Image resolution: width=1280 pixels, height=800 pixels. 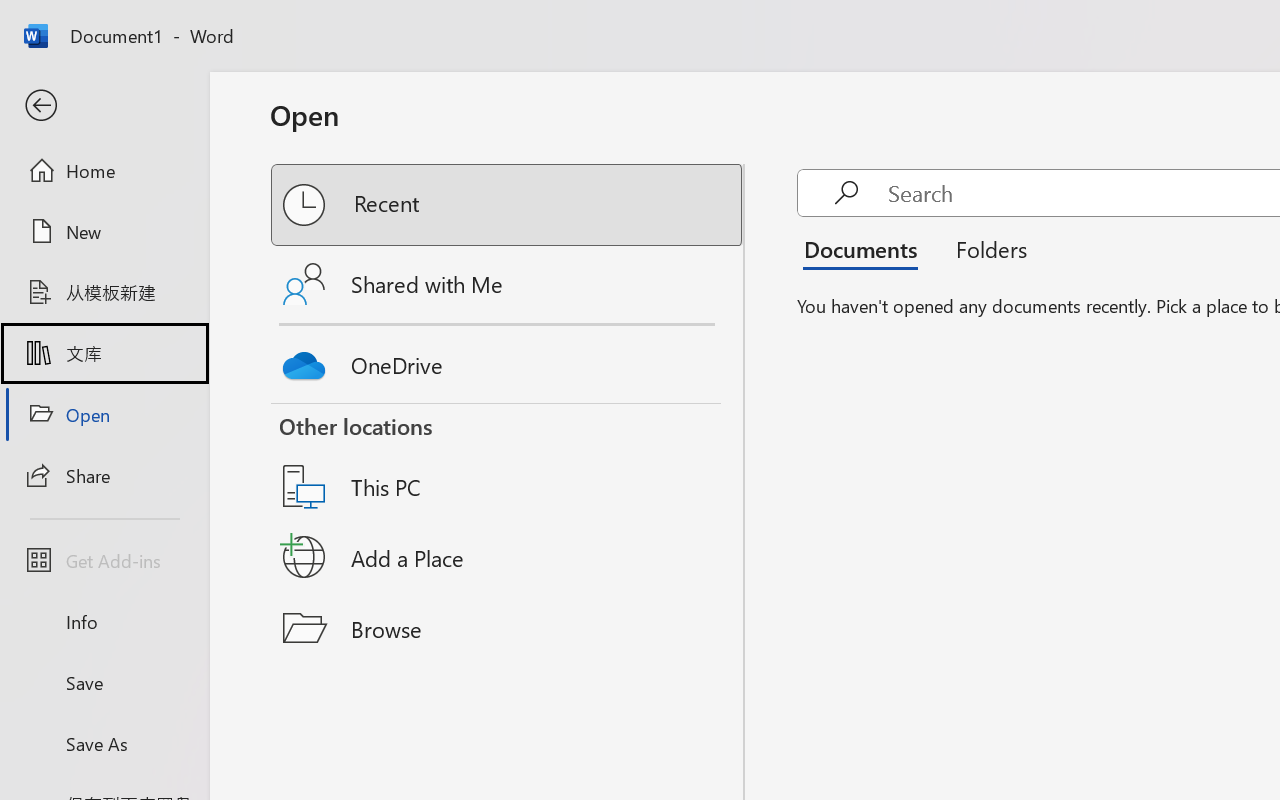 I want to click on 'Shared with Me', so click(x=508, y=284).